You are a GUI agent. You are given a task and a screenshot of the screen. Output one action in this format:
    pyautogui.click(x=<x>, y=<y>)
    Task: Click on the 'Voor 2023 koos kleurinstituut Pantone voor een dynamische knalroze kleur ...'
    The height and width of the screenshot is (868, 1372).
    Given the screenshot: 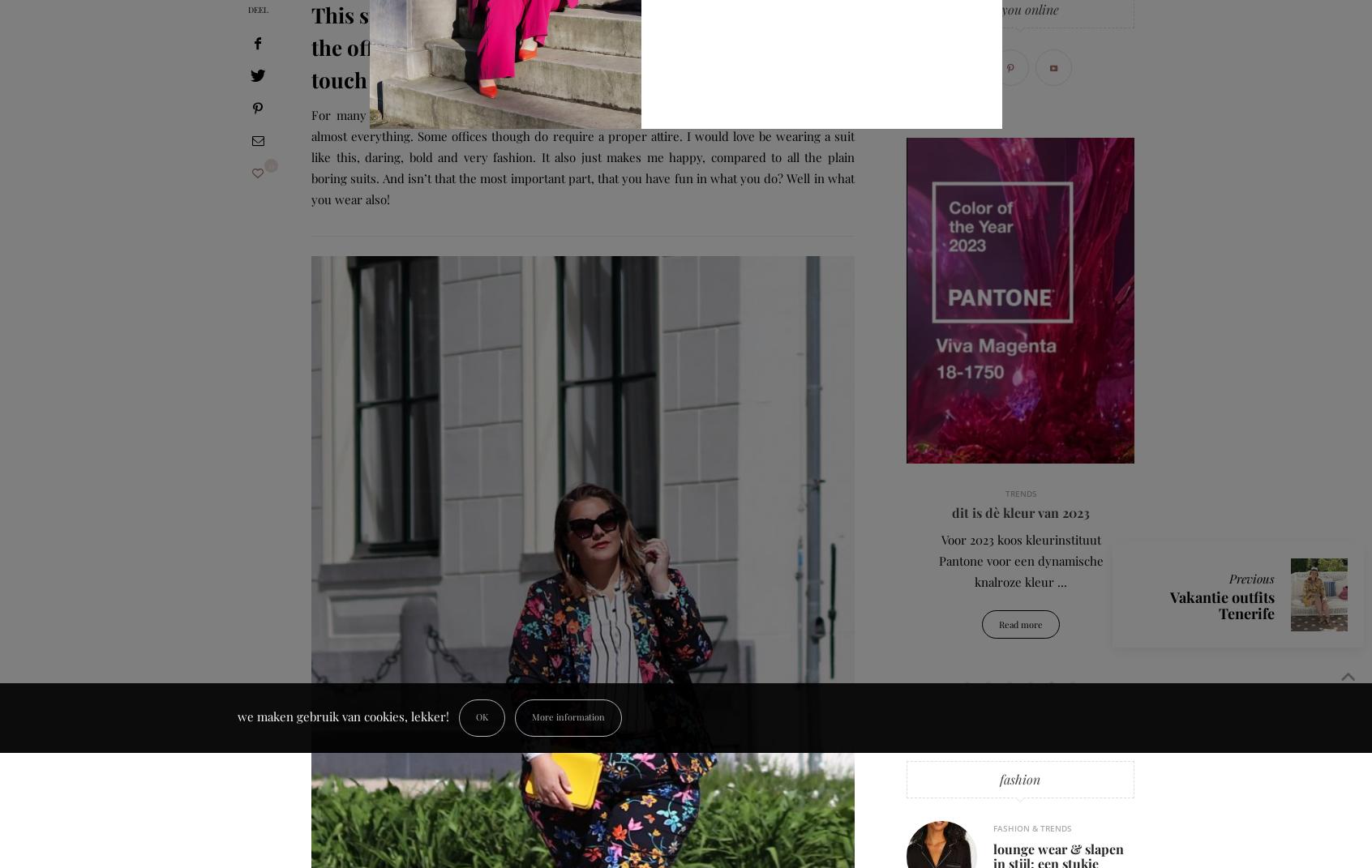 What is the action you would take?
    pyautogui.click(x=791, y=560)
    